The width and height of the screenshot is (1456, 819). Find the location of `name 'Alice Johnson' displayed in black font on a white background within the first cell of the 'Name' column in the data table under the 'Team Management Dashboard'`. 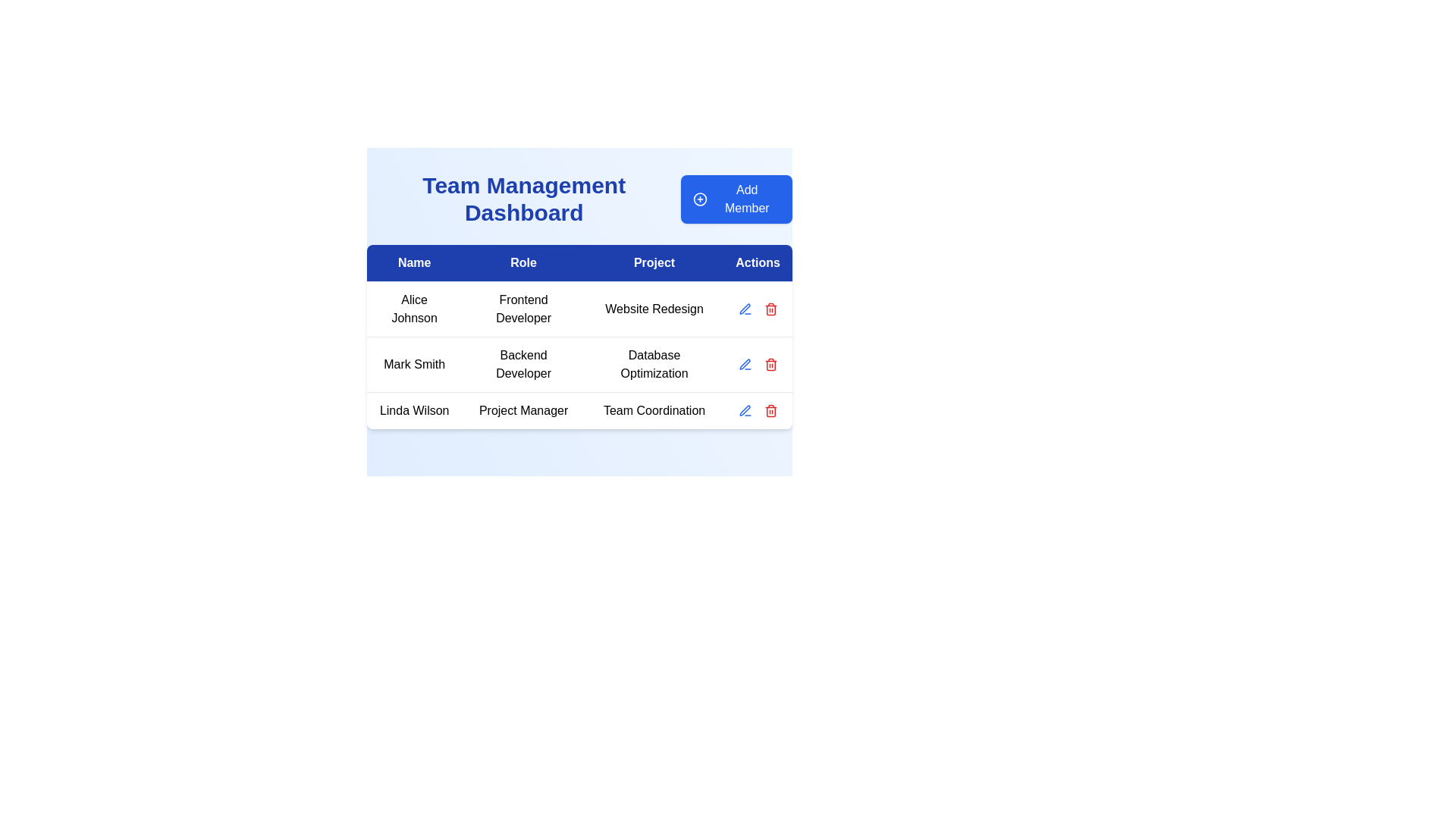

name 'Alice Johnson' displayed in black font on a white background within the first cell of the 'Name' column in the data table under the 'Team Management Dashboard' is located at coordinates (414, 309).